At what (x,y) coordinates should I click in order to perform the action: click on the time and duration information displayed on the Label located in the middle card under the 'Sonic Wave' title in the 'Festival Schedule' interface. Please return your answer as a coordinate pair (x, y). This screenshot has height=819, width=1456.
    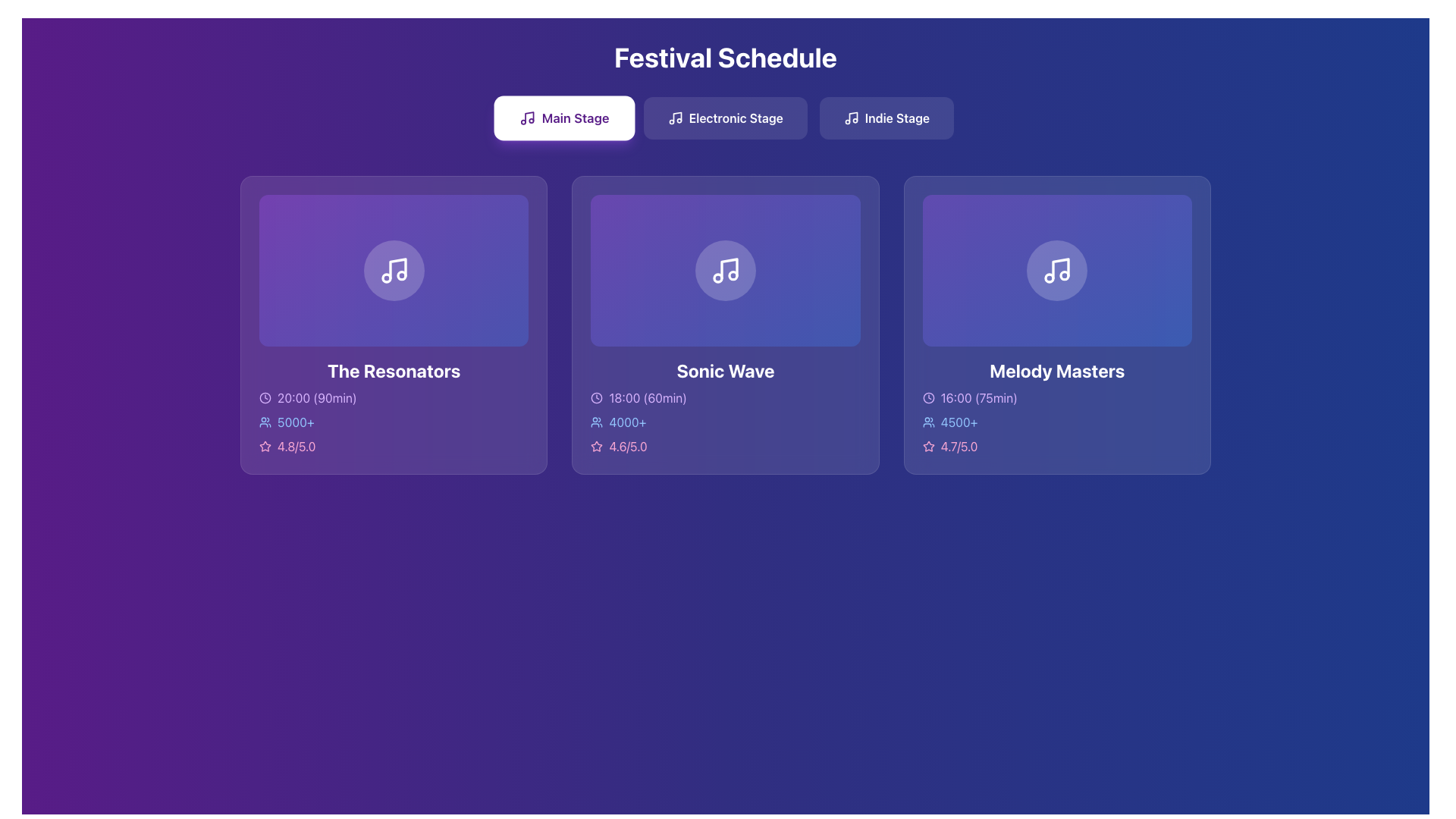
    Looking at the image, I should click on (724, 397).